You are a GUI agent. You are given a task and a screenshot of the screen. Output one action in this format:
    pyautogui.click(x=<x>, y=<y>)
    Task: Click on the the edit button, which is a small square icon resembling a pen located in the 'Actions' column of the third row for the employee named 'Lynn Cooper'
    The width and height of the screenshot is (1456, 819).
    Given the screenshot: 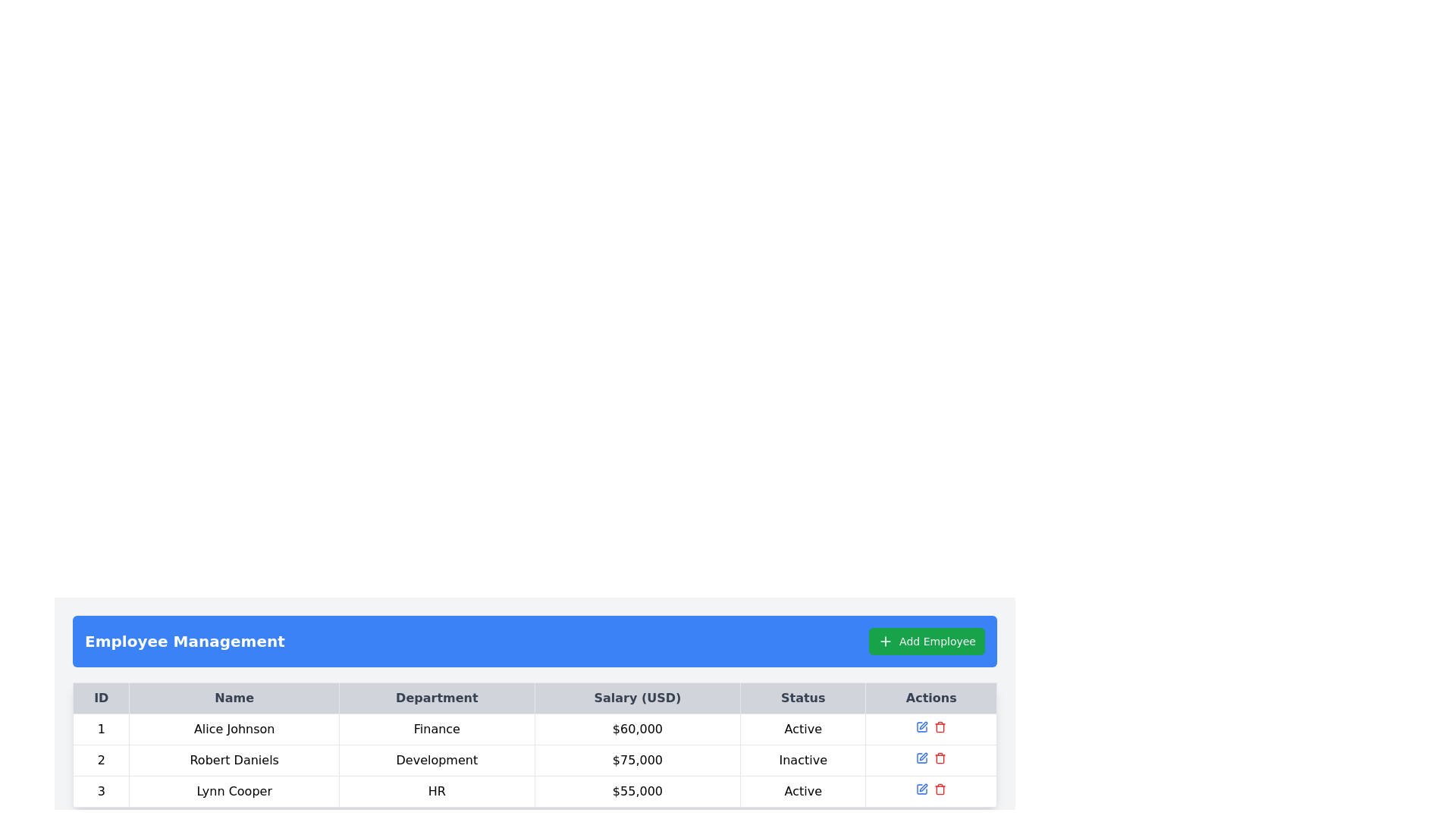 What is the action you would take?
    pyautogui.click(x=923, y=724)
    